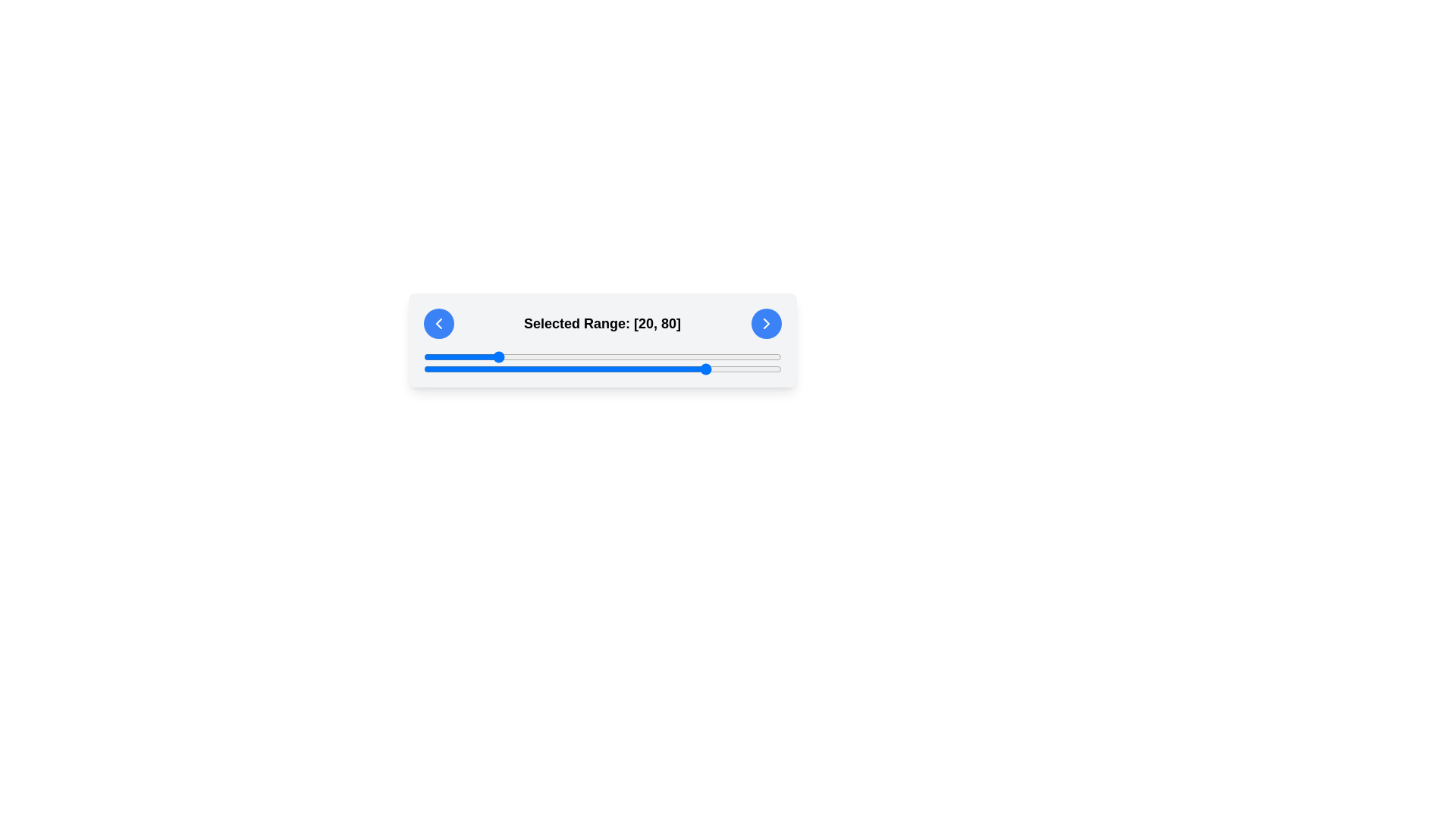 Image resolution: width=1456 pixels, height=819 pixels. I want to click on the SVG graphic within the circular button located at the far left of the visible control panel, which serves as a navigation indicator to move backward or left, so click(438, 323).